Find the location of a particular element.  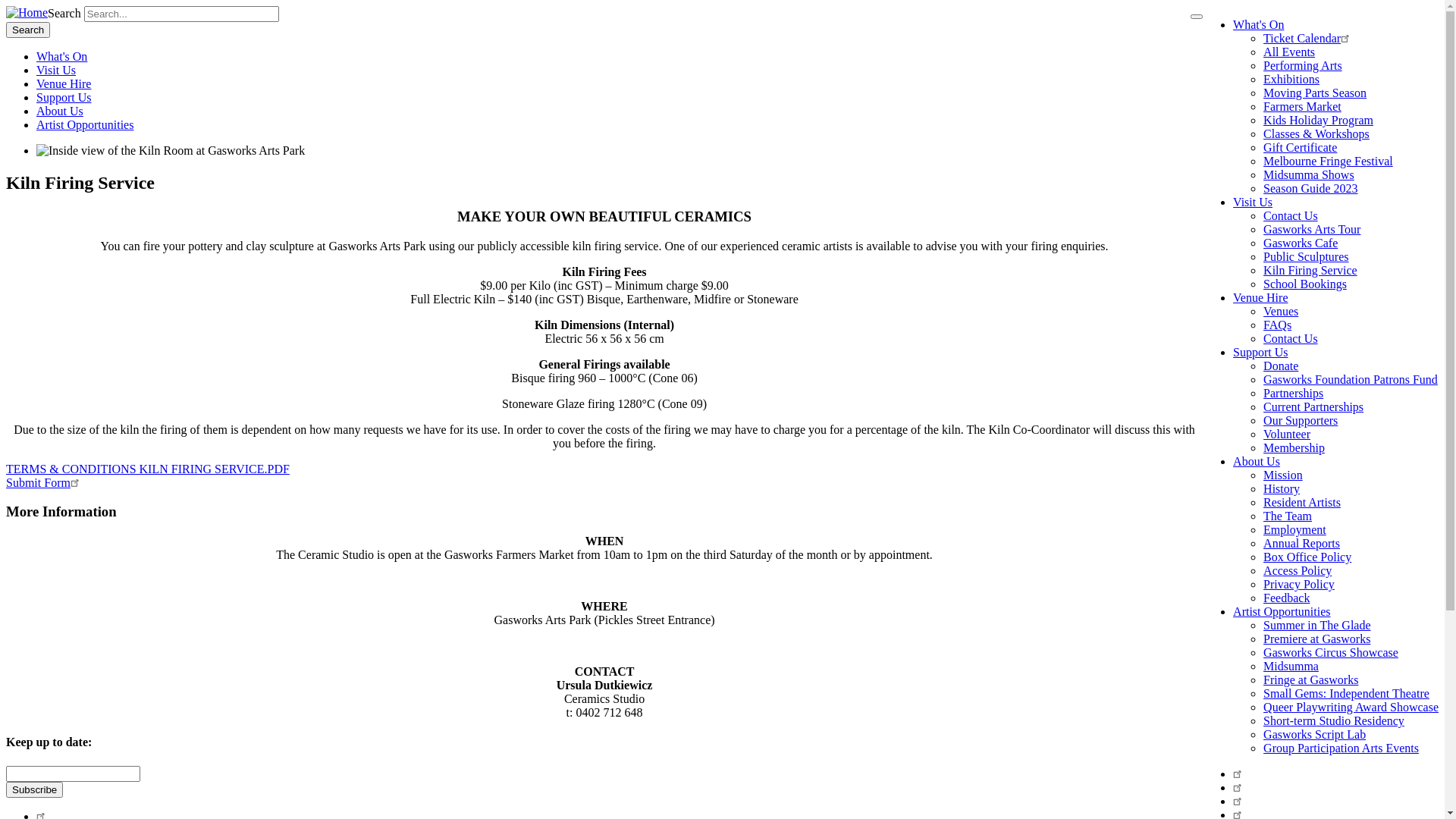

'Privacy Policy' is located at coordinates (1298, 583).